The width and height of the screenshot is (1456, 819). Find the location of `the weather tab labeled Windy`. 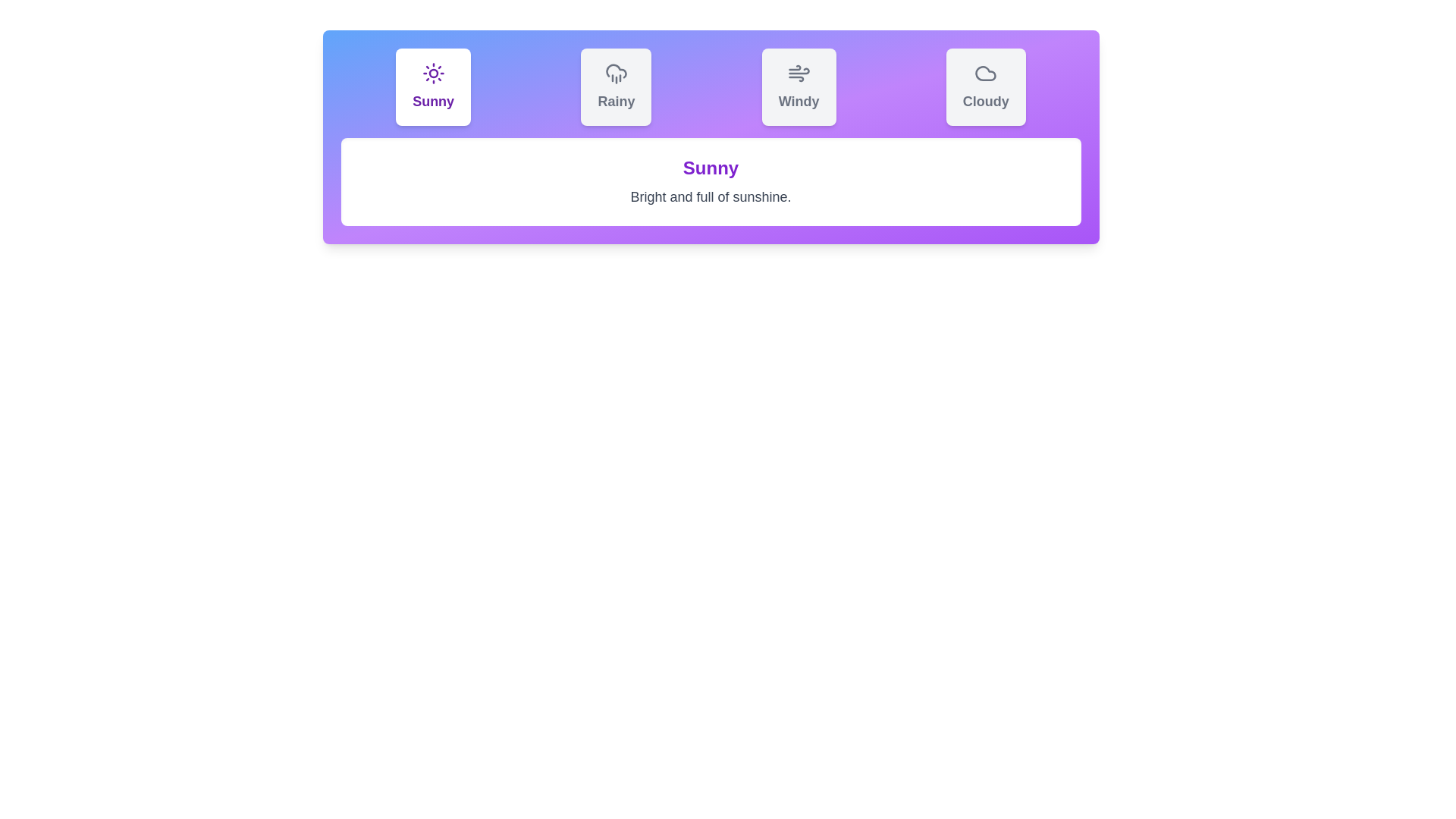

the weather tab labeled Windy is located at coordinates (798, 87).